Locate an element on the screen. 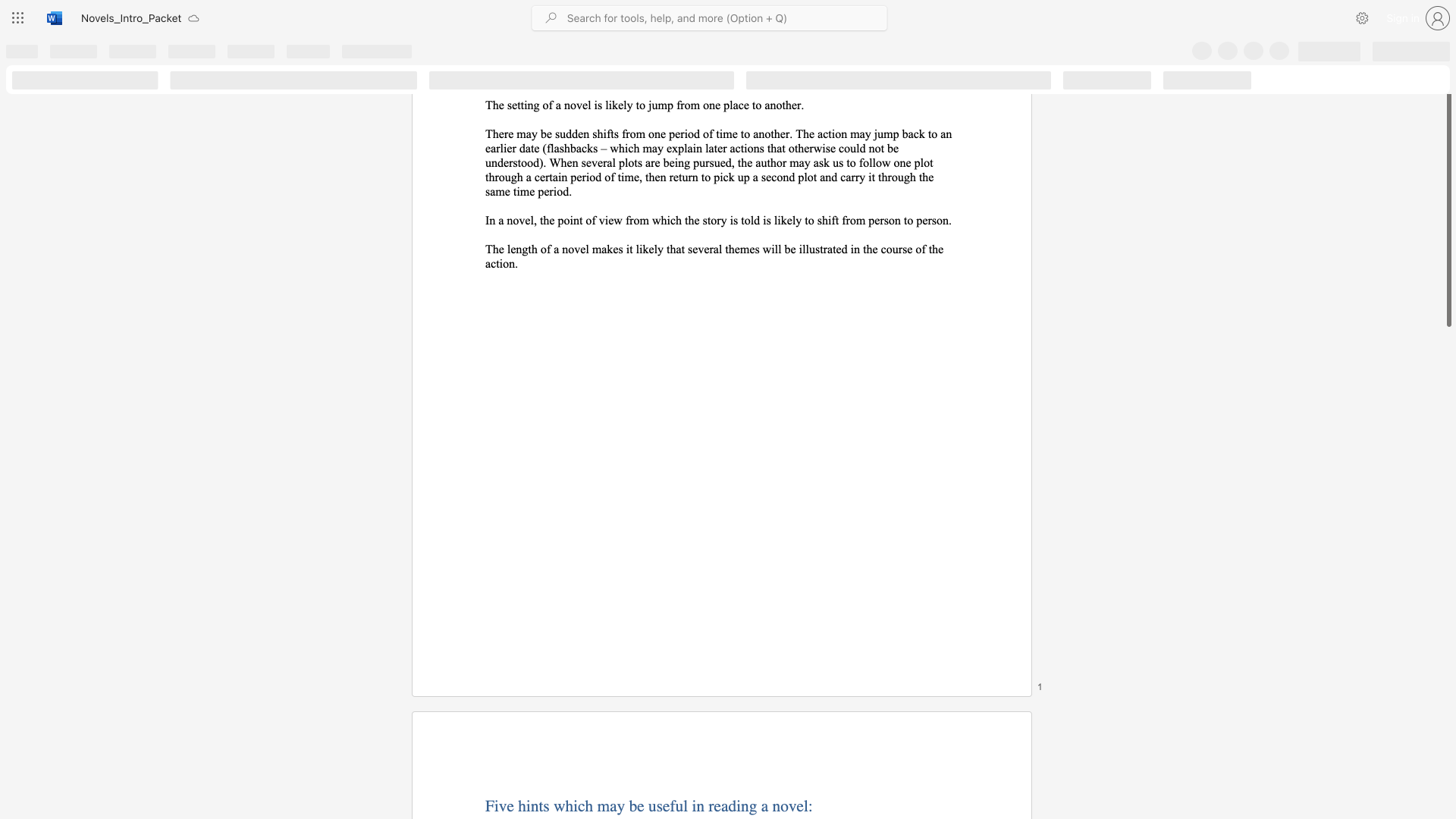 Image resolution: width=1456 pixels, height=819 pixels. the scrollbar and move down 870 pixels is located at coordinates (1448, 208).